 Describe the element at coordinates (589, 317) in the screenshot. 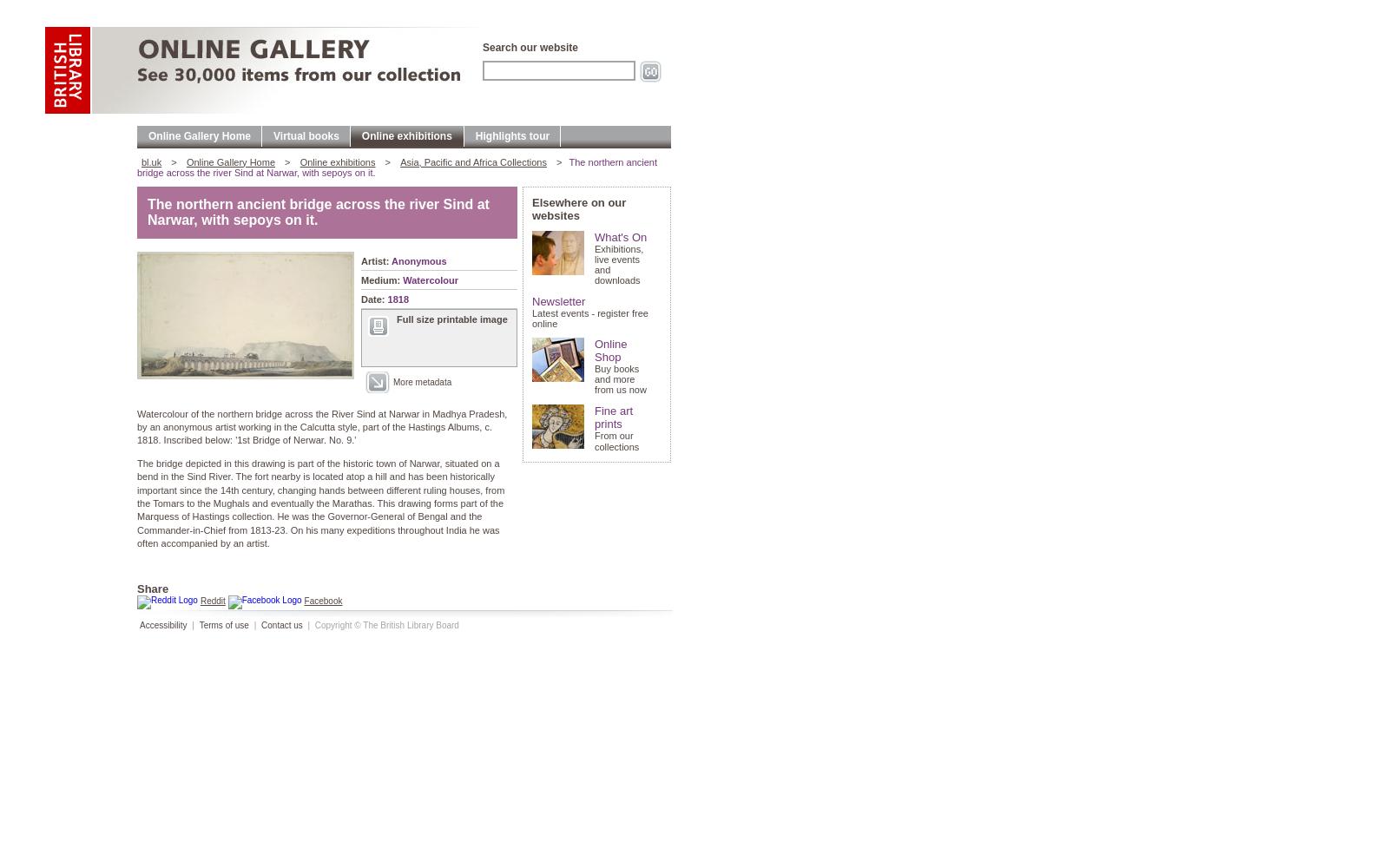

I see `'Latest events - register free online'` at that location.